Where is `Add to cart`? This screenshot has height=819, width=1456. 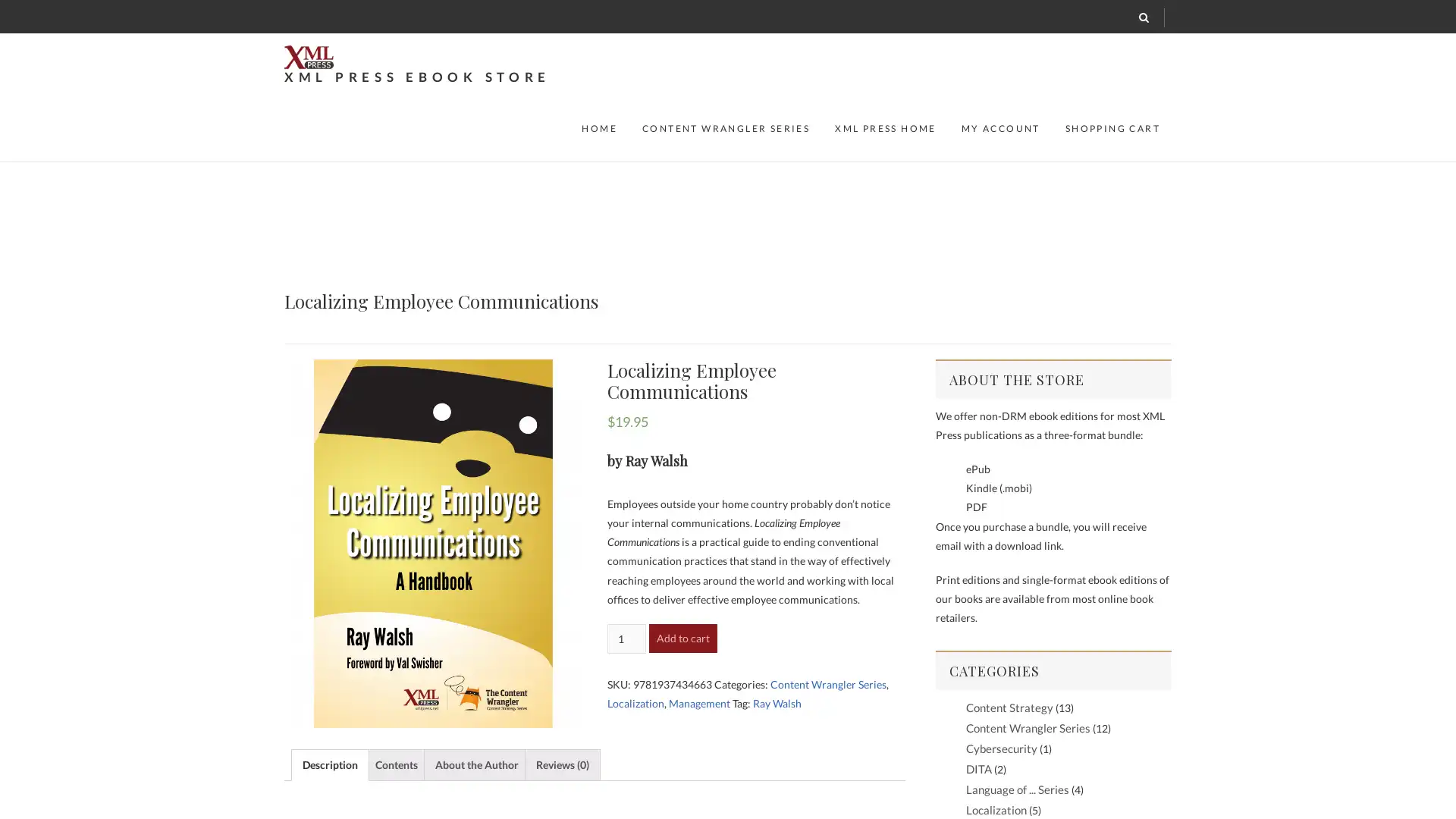
Add to cart is located at coordinates (682, 637).